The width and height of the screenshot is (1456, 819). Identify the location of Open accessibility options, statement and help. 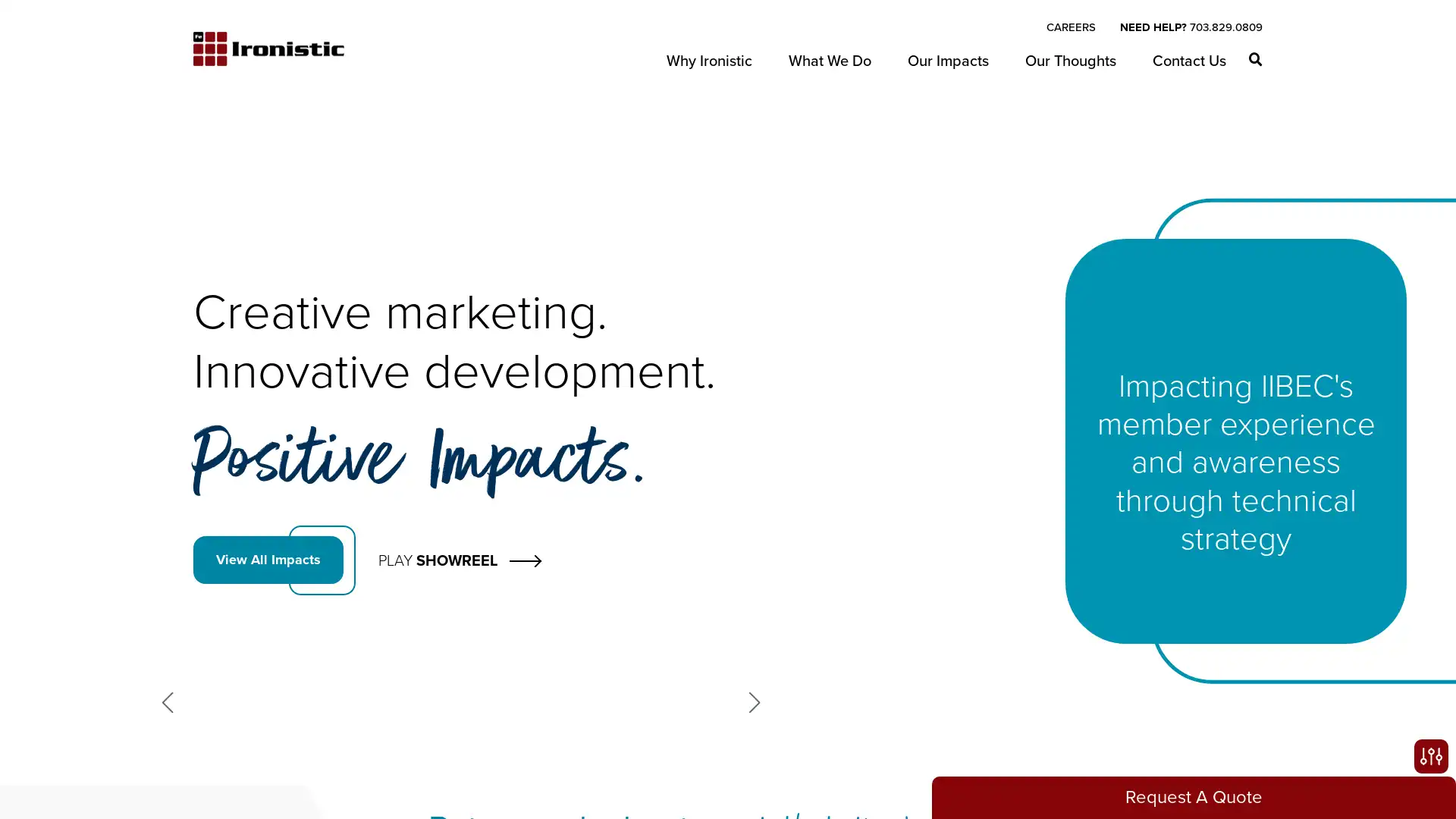
(1423, 756).